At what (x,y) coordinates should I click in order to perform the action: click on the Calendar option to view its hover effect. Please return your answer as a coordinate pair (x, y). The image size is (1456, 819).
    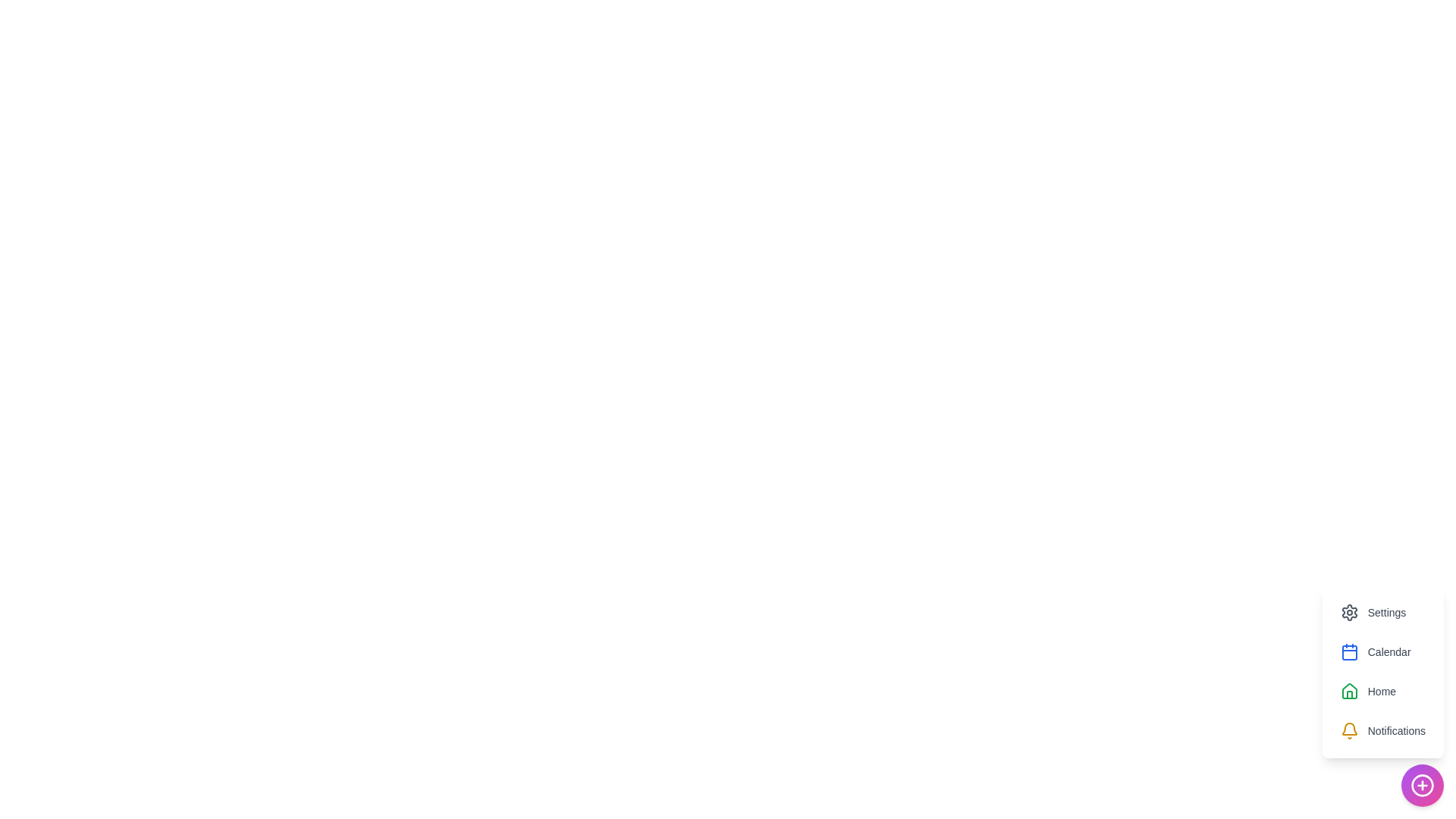
    Looking at the image, I should click on (1376, 651).